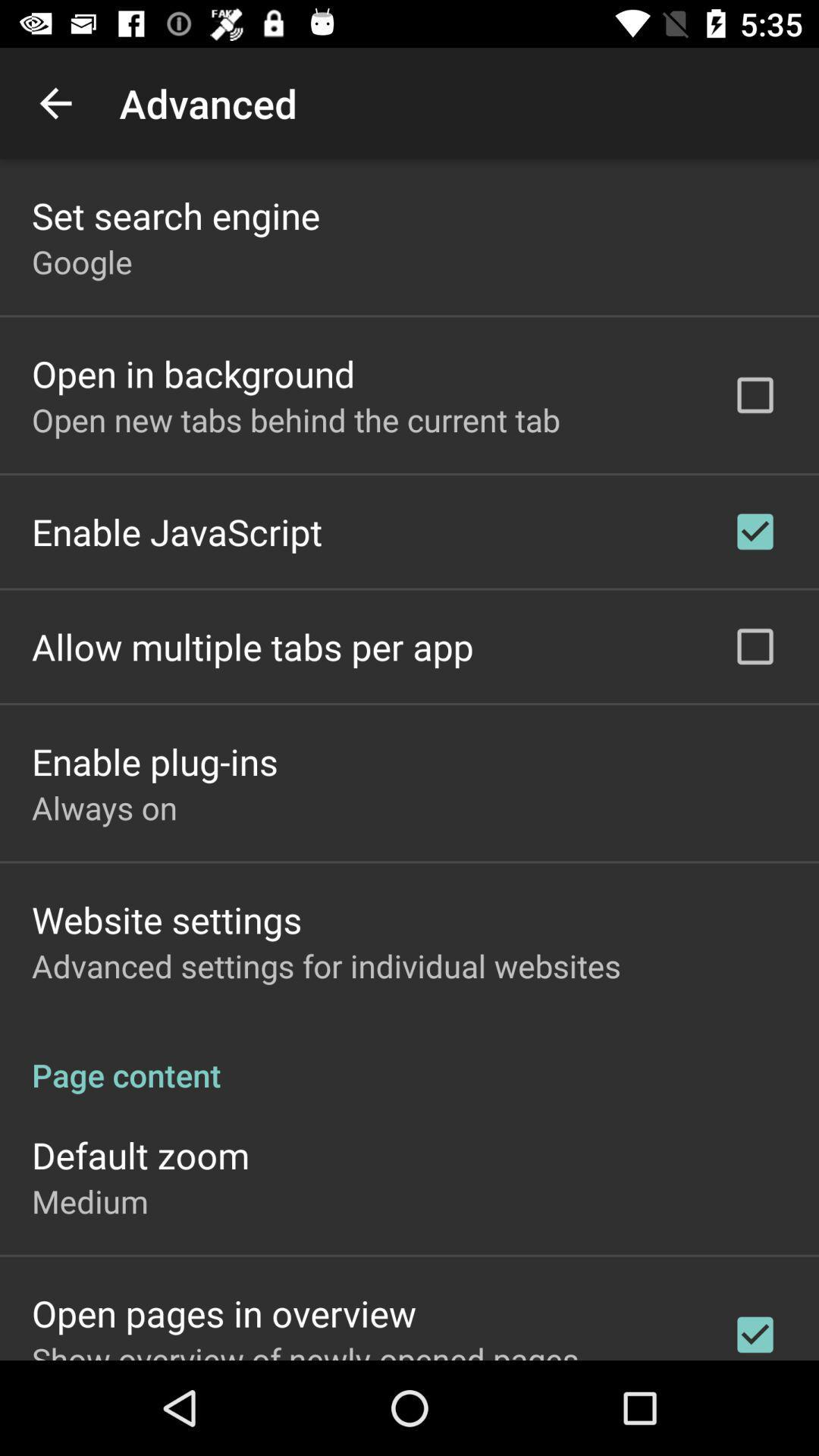 The width and height of the screenshot is (819, 1456). What do you see at coordinates (167, 918) in the screenshot?
I see `the website settings app` at bounding box center [167, 918].